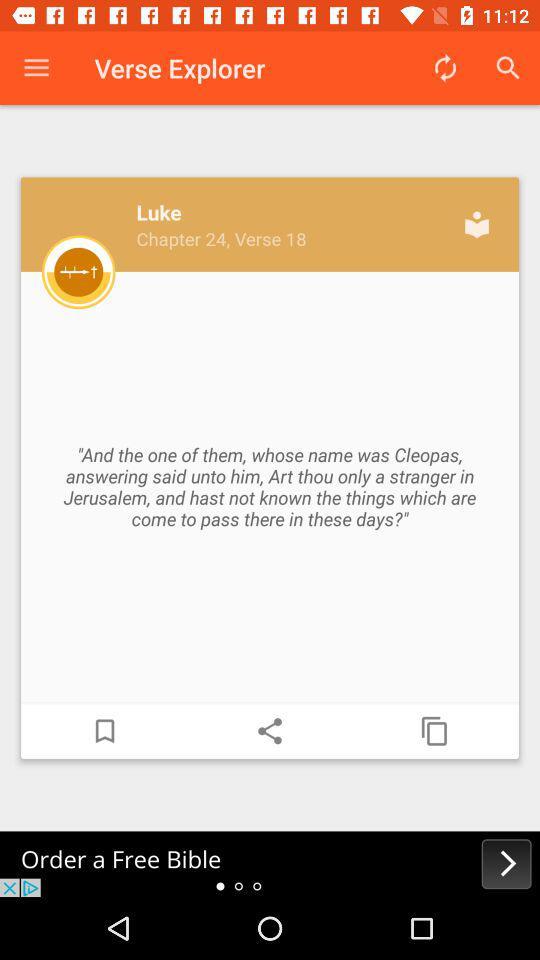  I want to click on copy, so click(434, 730).